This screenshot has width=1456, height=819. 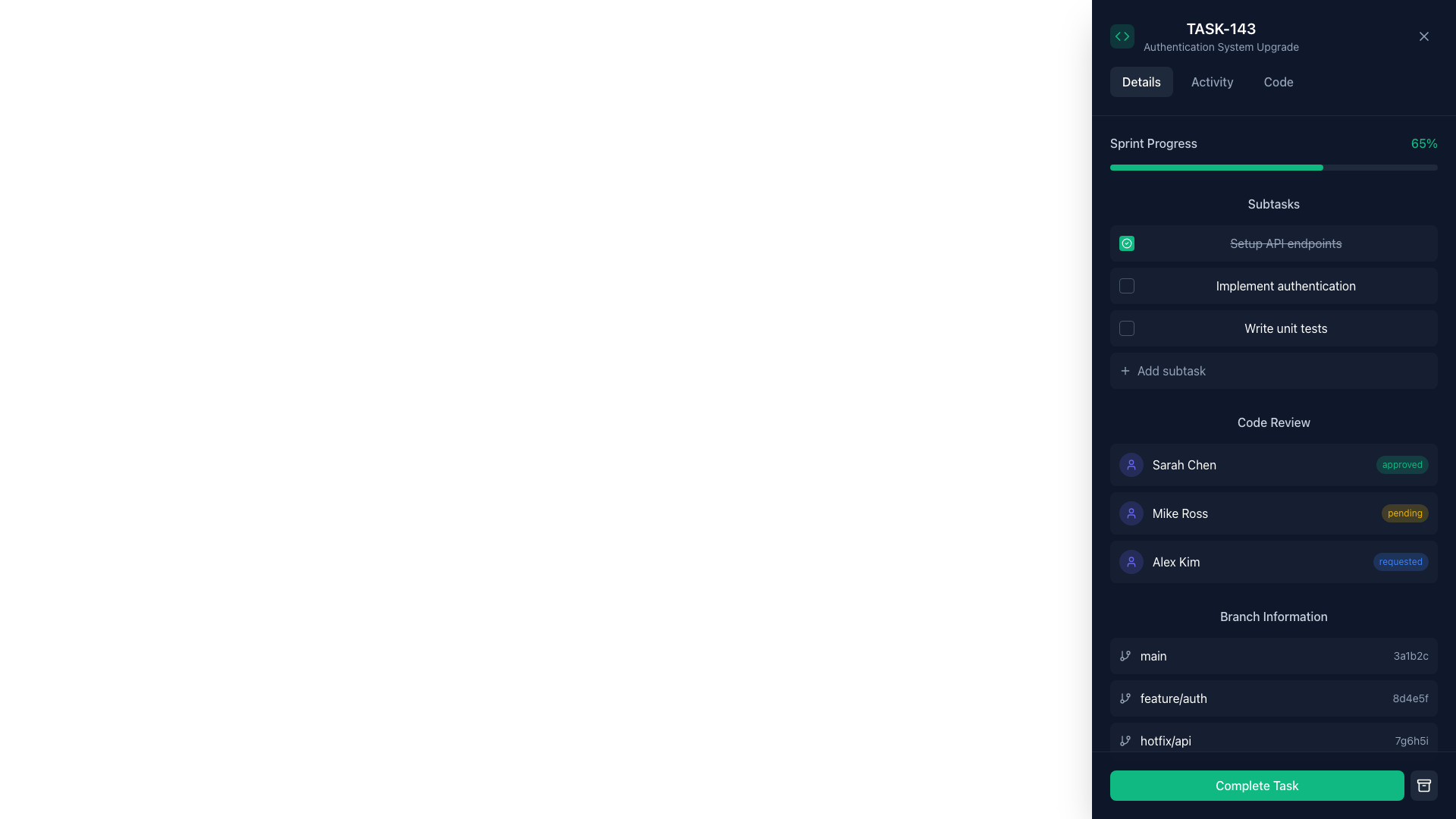 What do you see at coordinates (1274, 167) in the screenshot?
I see `the progress bar representing 'Sprint Progress' that visually displays 65%` at bounding box center [1274, 167].